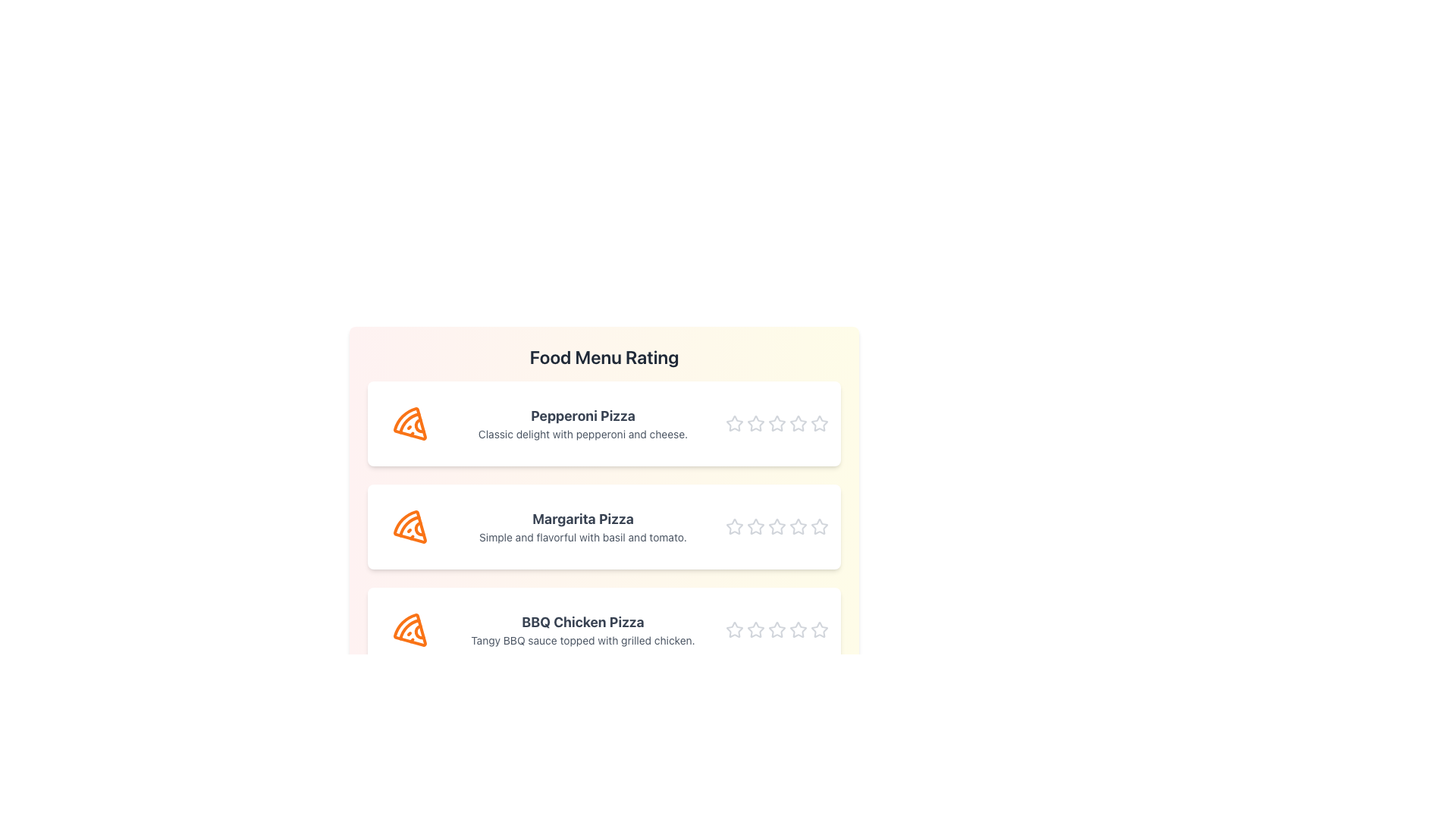  Describe the element at coordinates (756, 629) in the screenshot. I see `the third star in the fifth column of the rating section for 'BBQ Chicken Pizza' to give a rating` at that location.